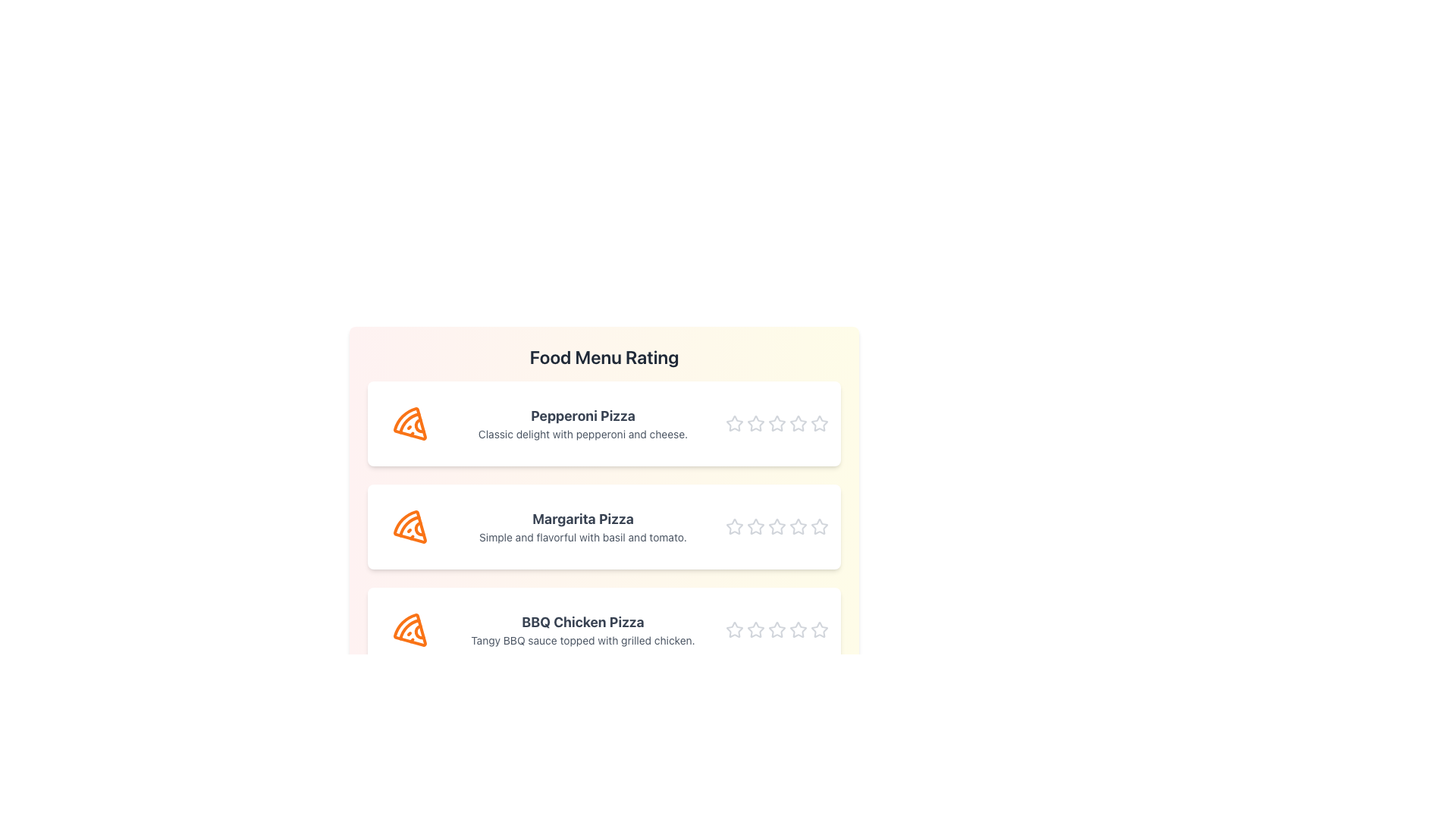  Describe the element at coordinates (756, 629) in the screenshot. I see `the third star in the fifth column of the rating section for 'BBQ Chicken Pizza' to give a rating` at that location.